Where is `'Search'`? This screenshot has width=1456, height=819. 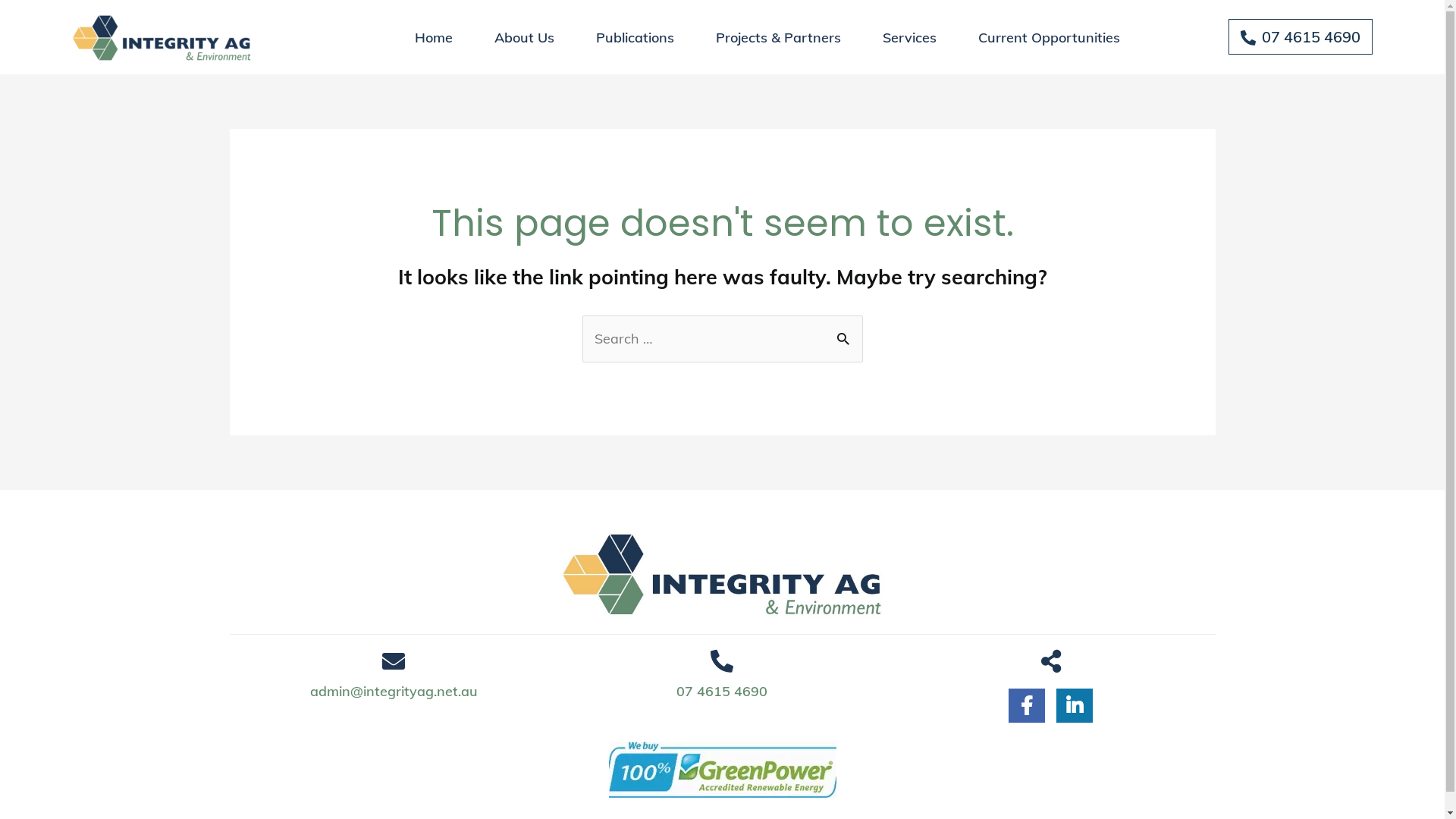 'Search' is located at coordinates (844, 337).